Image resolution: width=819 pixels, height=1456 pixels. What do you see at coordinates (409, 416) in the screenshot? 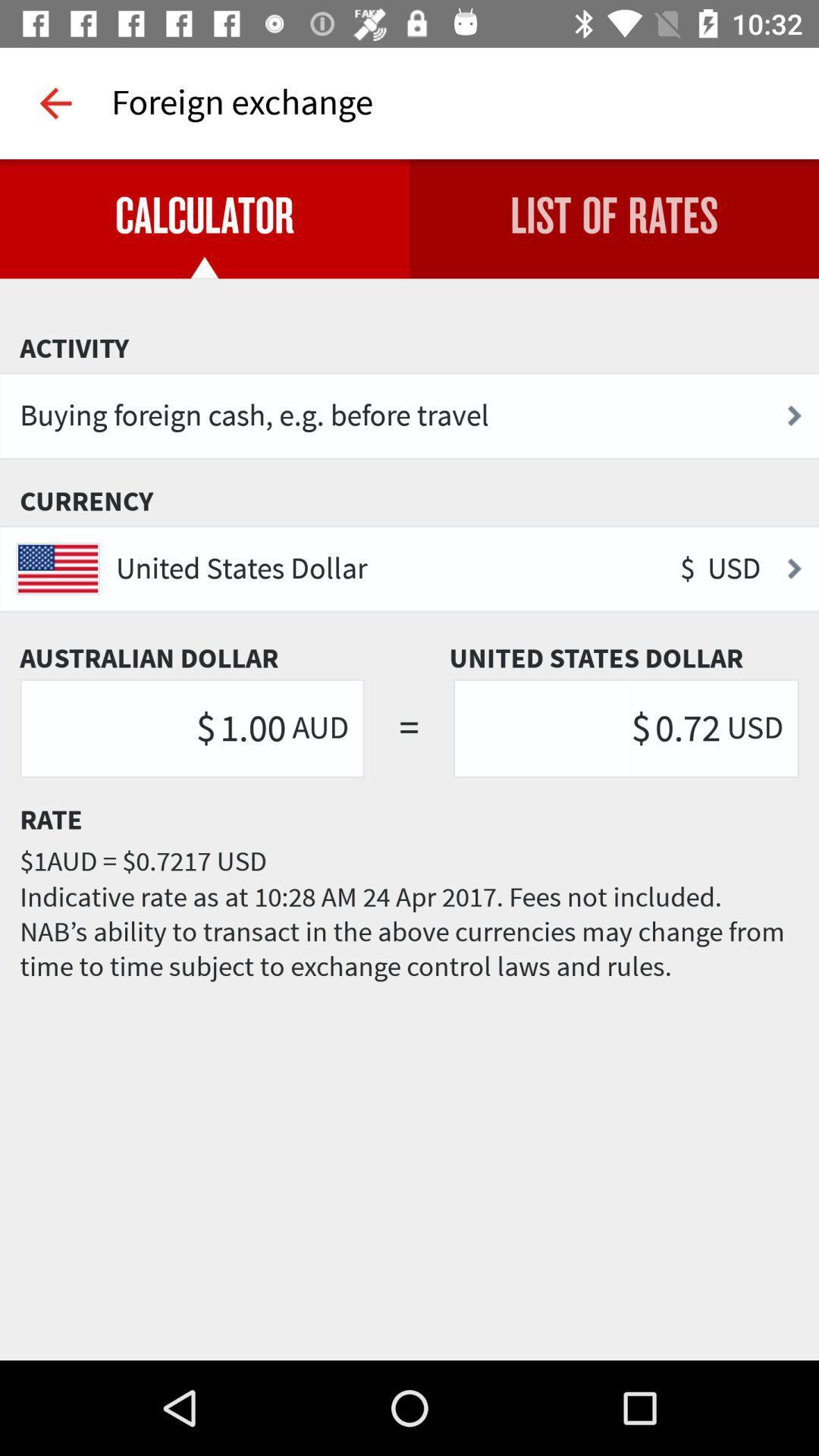
I see `the buying foreign cash icon` at bounding box center [409, 416].